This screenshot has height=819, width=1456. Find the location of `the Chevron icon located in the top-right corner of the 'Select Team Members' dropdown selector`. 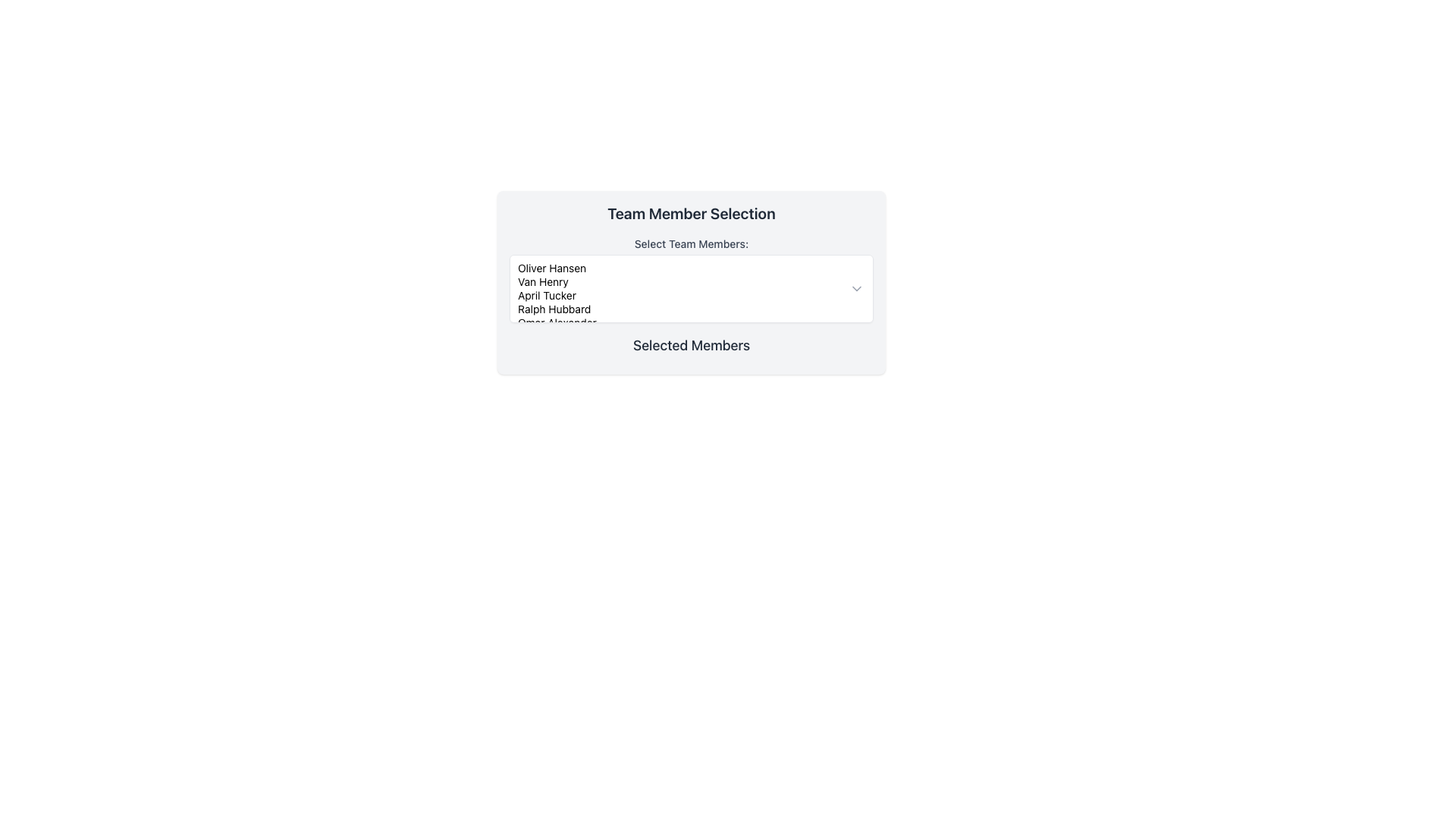

the Chevron icon located in the top-right corner of the 'Select Team Members' dropdown selector is located at coordinates (856, 289).